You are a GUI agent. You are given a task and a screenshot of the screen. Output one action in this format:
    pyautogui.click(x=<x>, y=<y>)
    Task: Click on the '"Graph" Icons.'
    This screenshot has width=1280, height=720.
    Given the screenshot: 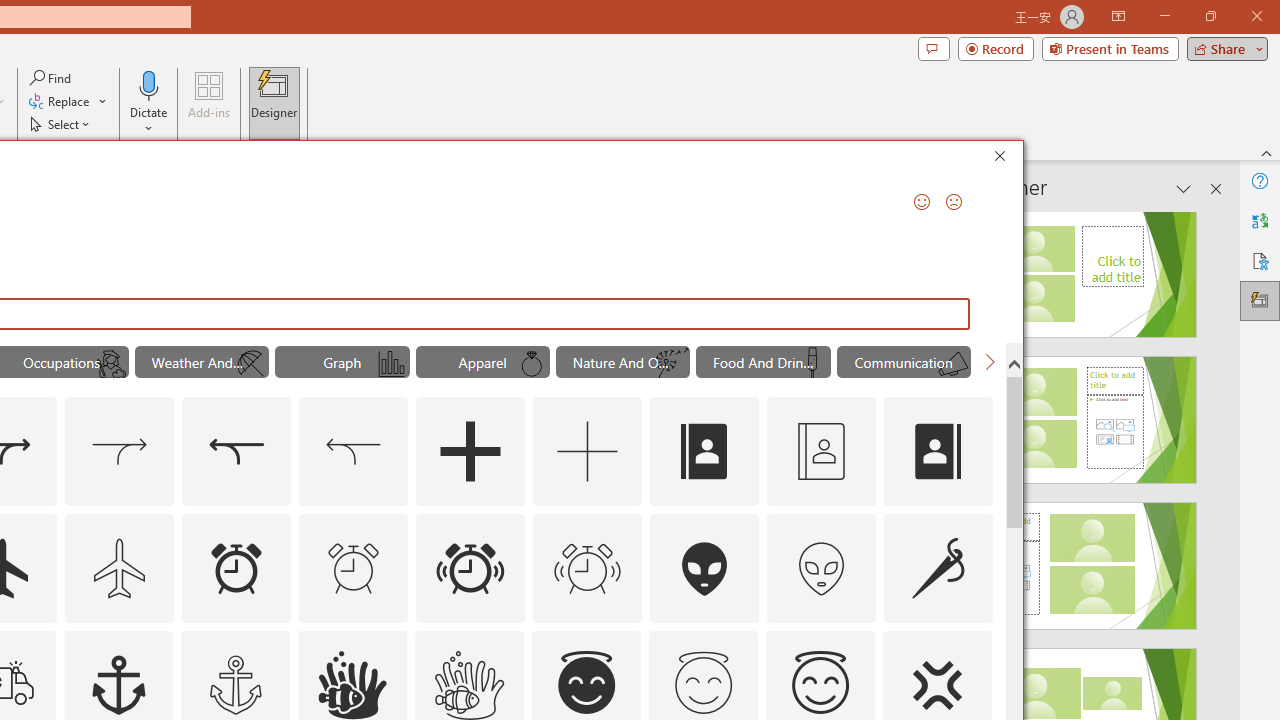 What is the action you would take?
    pyautogui.click(x=342, y=362)
    